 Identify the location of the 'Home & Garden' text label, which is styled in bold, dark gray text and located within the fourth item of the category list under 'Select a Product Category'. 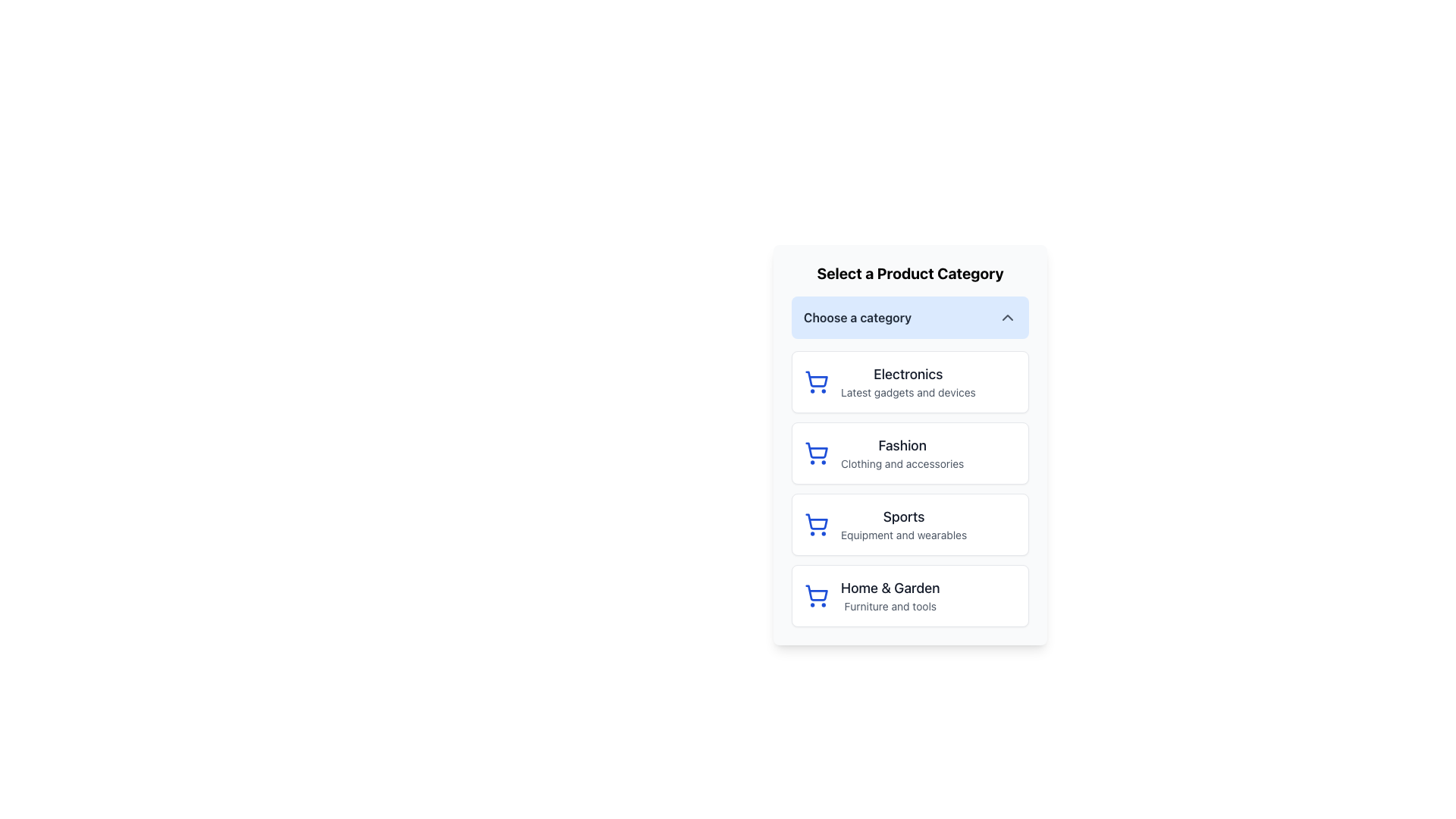
(890, 587).